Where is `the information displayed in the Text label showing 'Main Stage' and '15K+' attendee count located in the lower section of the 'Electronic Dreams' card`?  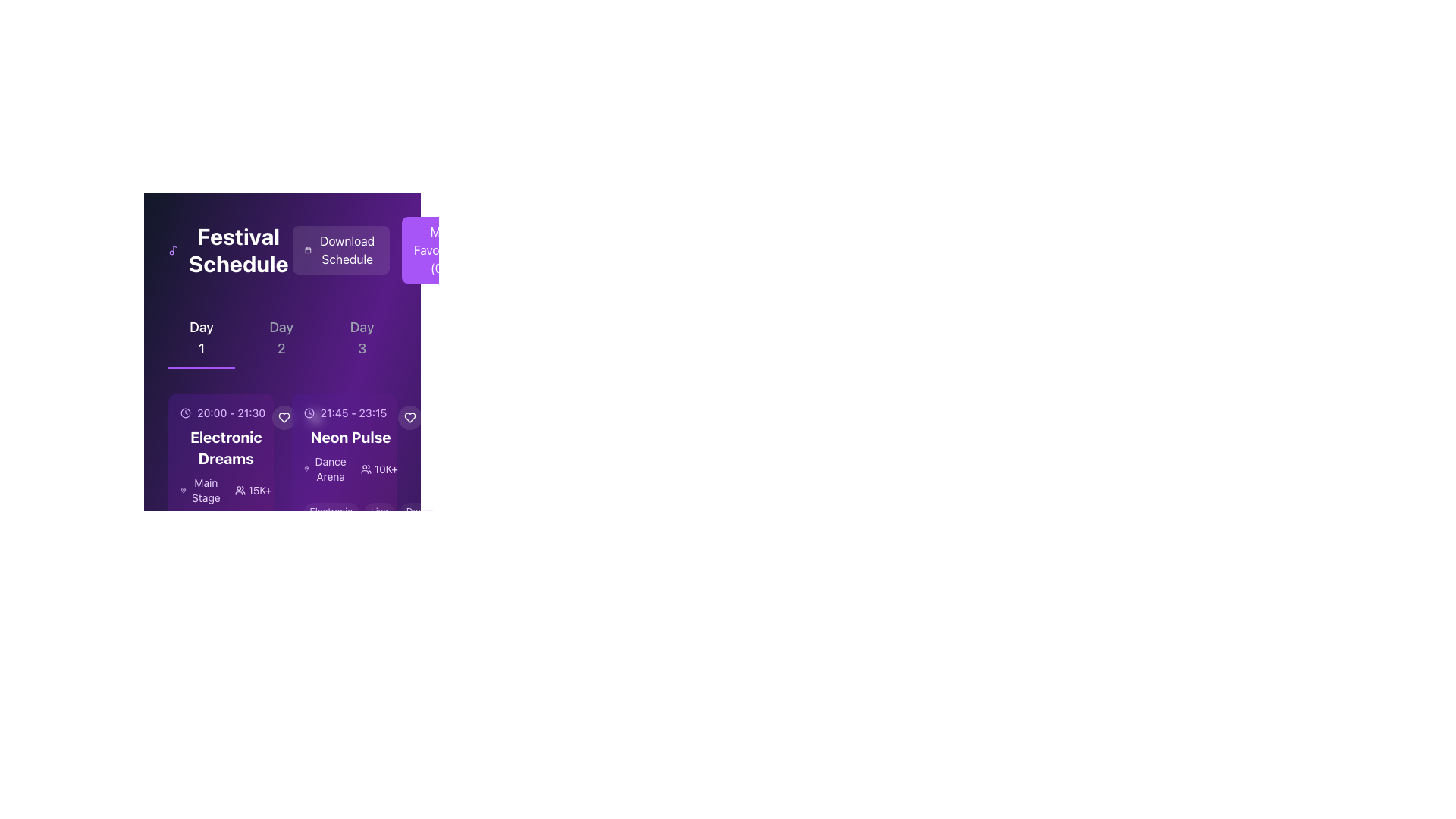
the information displayed in the Text label showing 'Main Stage' and '15K+' attendee count located in the lower section of the 'Electronic Dreams' card is located at coordinates (225, 491).